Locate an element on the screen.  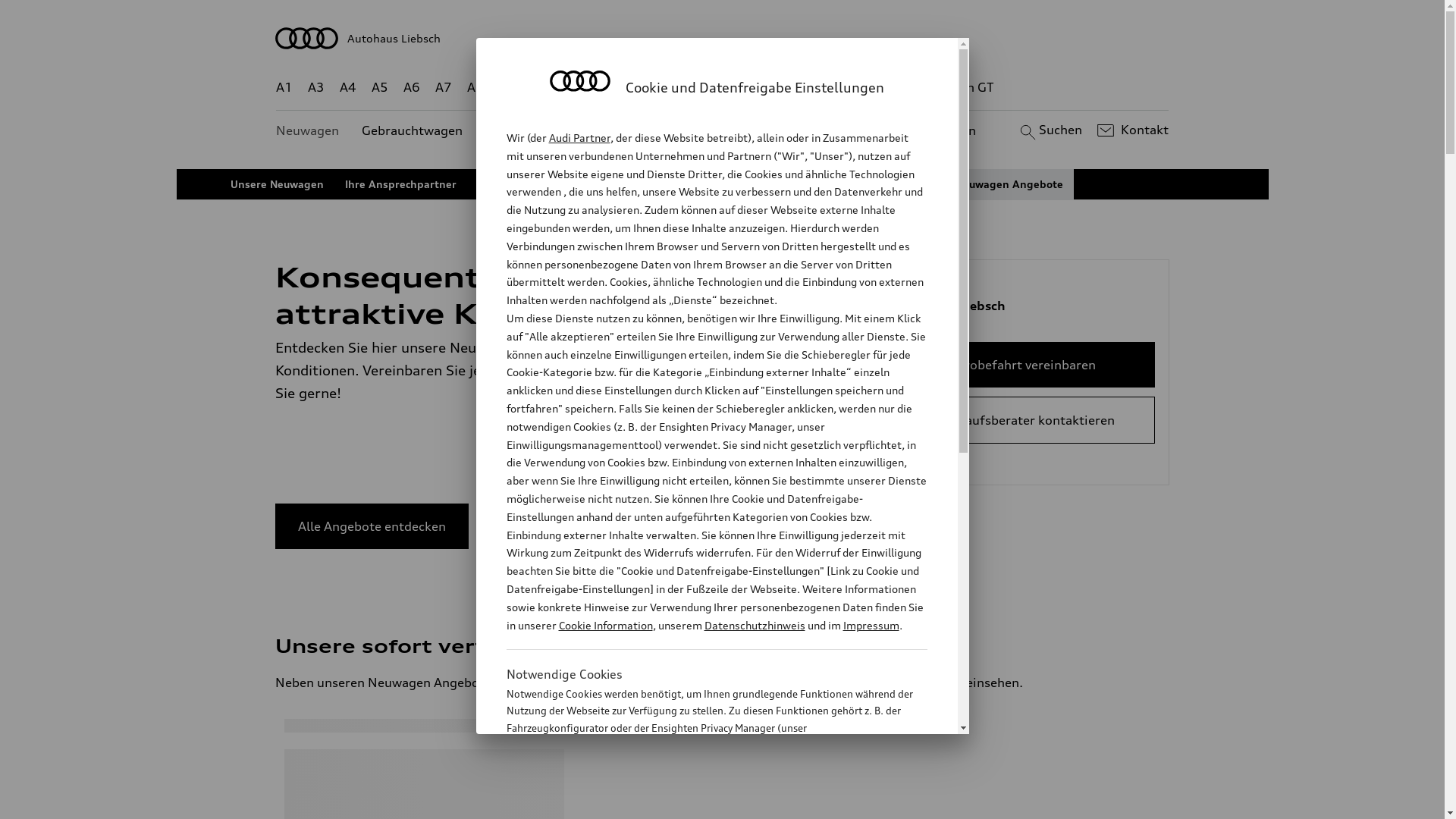
'Alle Angebote entdecken' is located at coordinates (275, 526).